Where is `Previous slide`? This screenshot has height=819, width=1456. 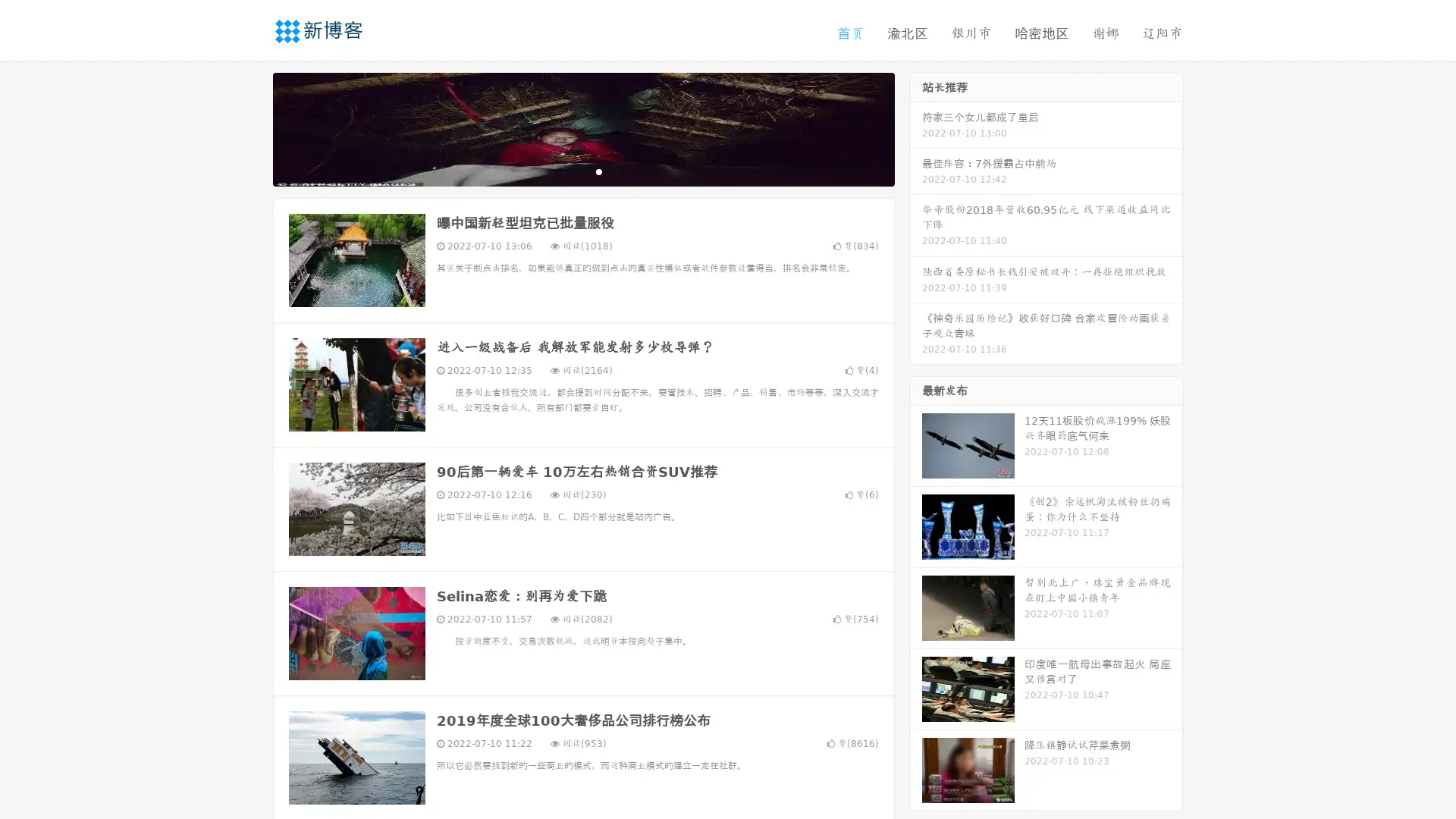
Previous slide is located at coordinates (250, 127).